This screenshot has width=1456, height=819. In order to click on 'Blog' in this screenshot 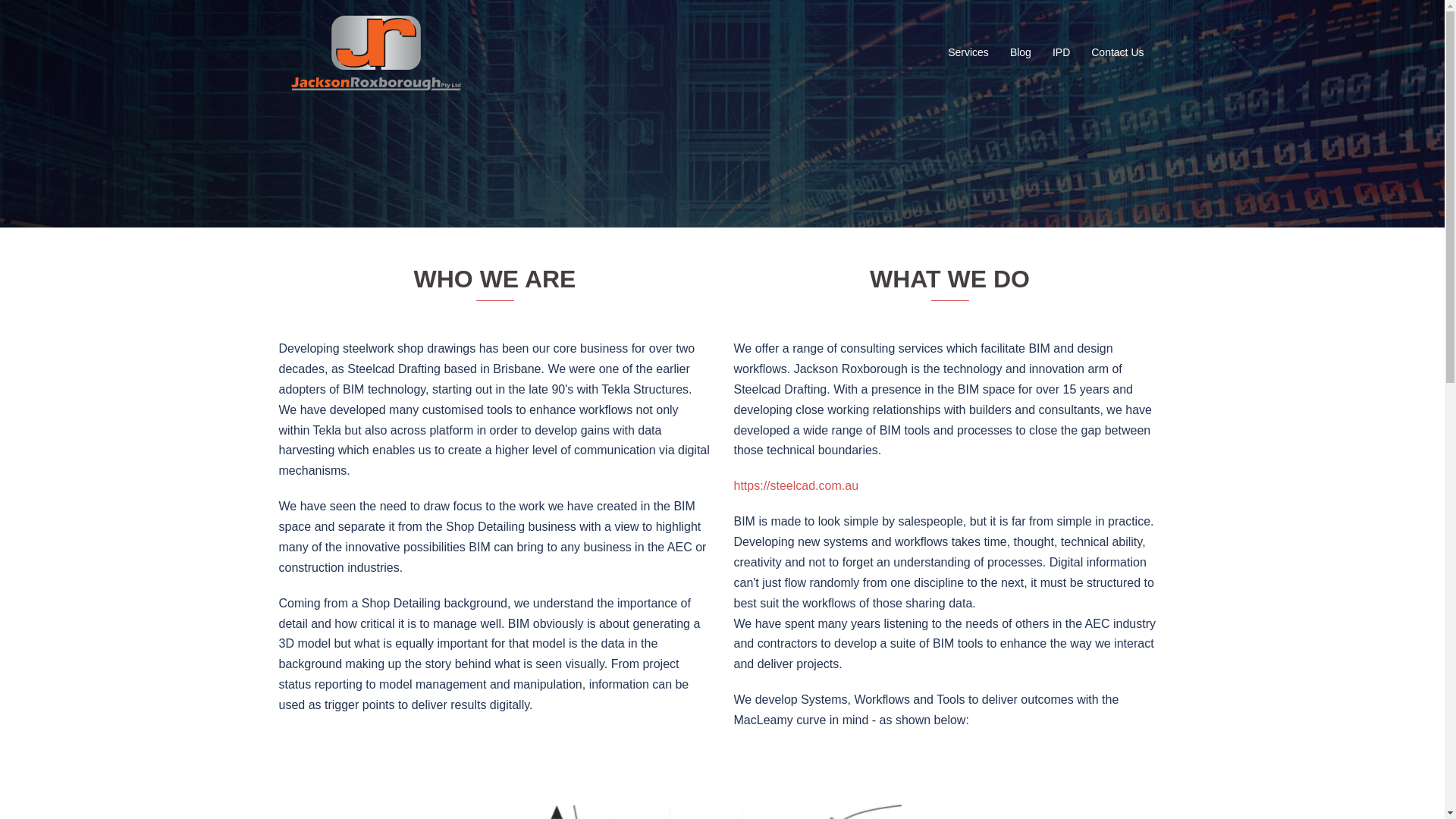, I will do `click(1020, 52)`.